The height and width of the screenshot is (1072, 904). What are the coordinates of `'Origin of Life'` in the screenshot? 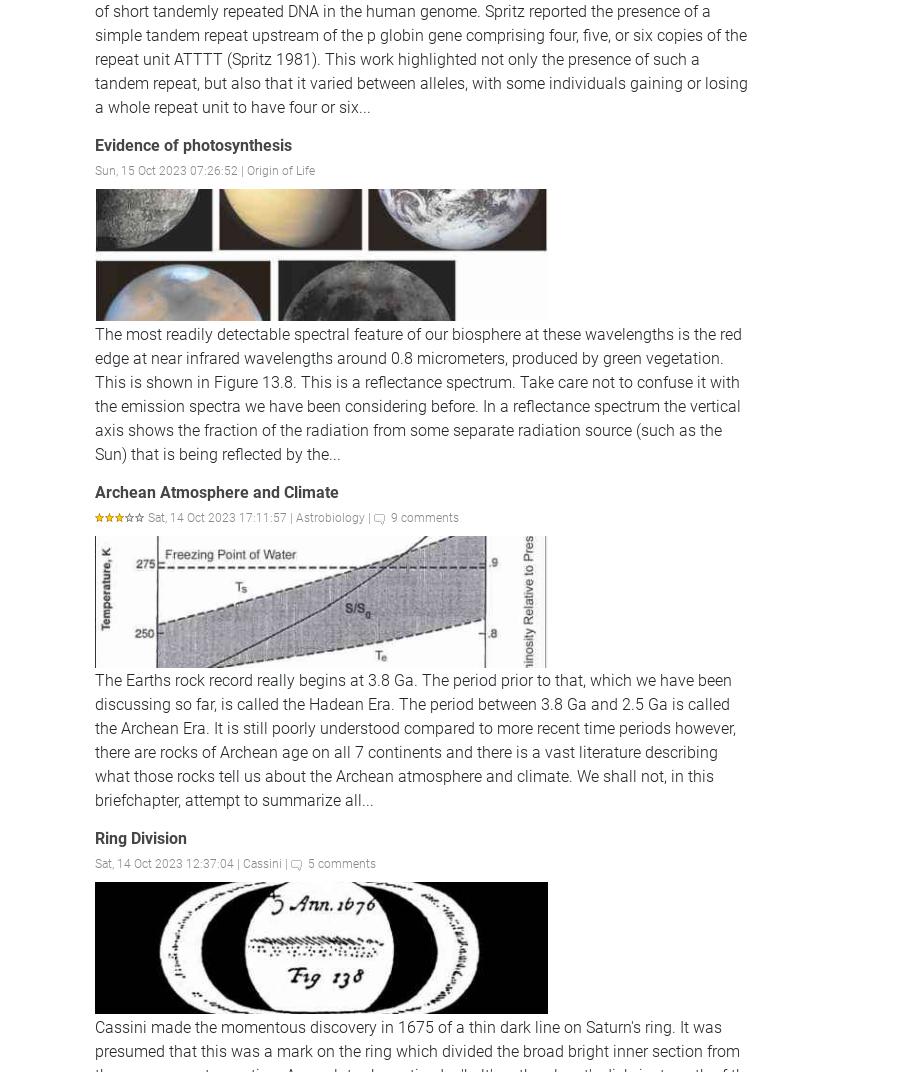 It's located at (279, 169).